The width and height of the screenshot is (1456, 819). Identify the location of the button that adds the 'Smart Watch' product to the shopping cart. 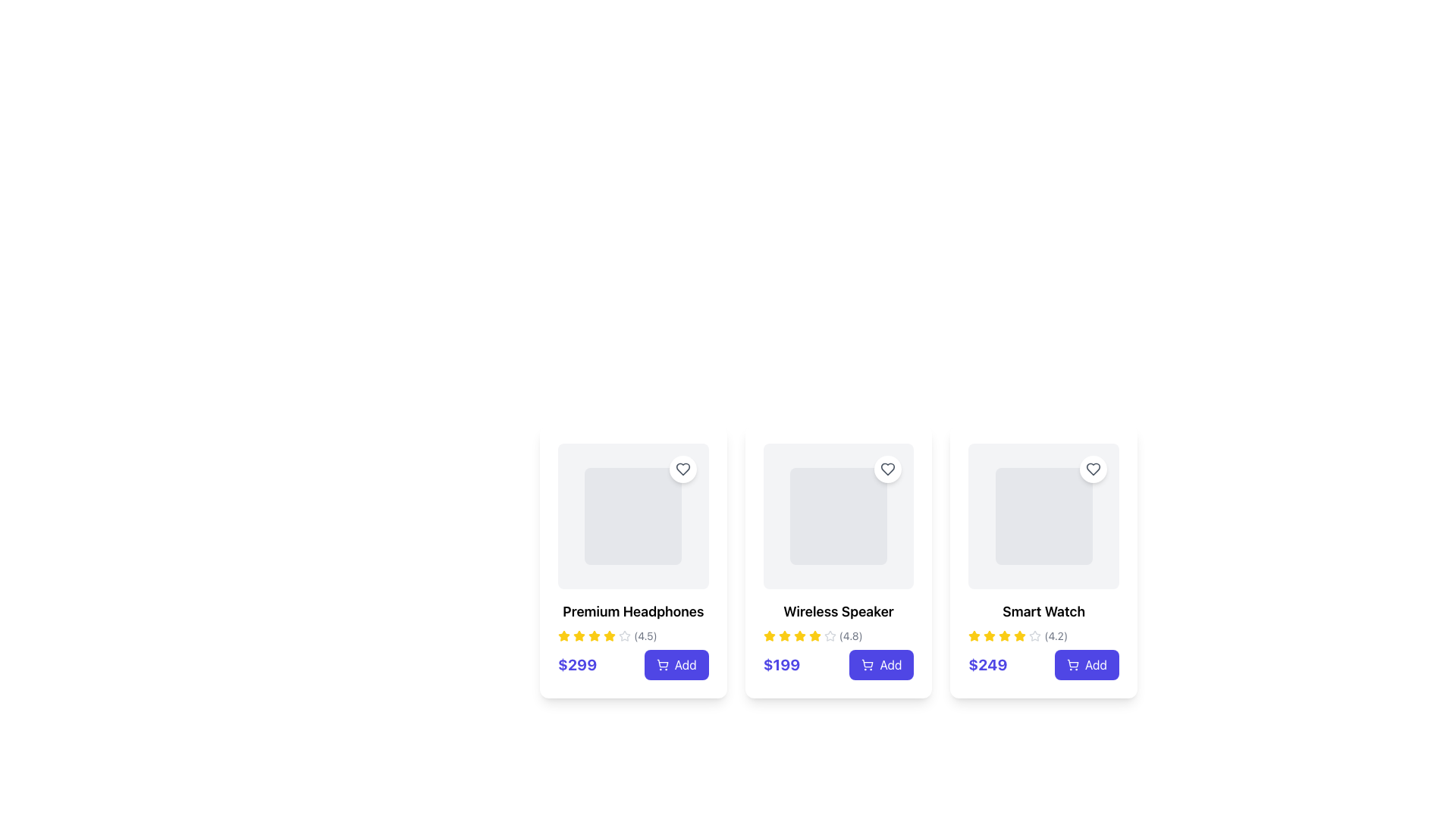
(1086, 664).